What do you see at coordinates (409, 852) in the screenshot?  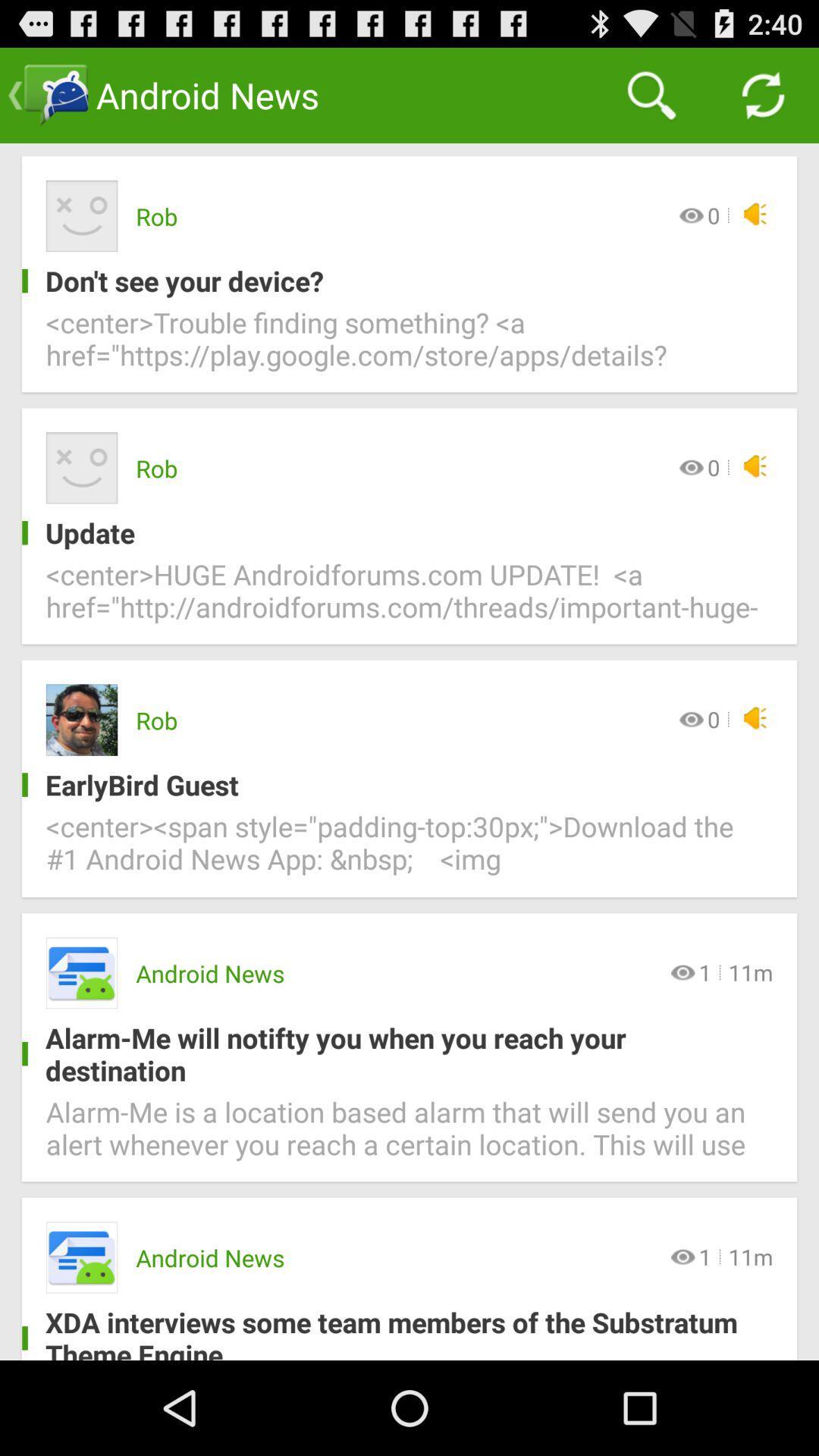 I see `center span style icon` at bounding box center [409, 852].